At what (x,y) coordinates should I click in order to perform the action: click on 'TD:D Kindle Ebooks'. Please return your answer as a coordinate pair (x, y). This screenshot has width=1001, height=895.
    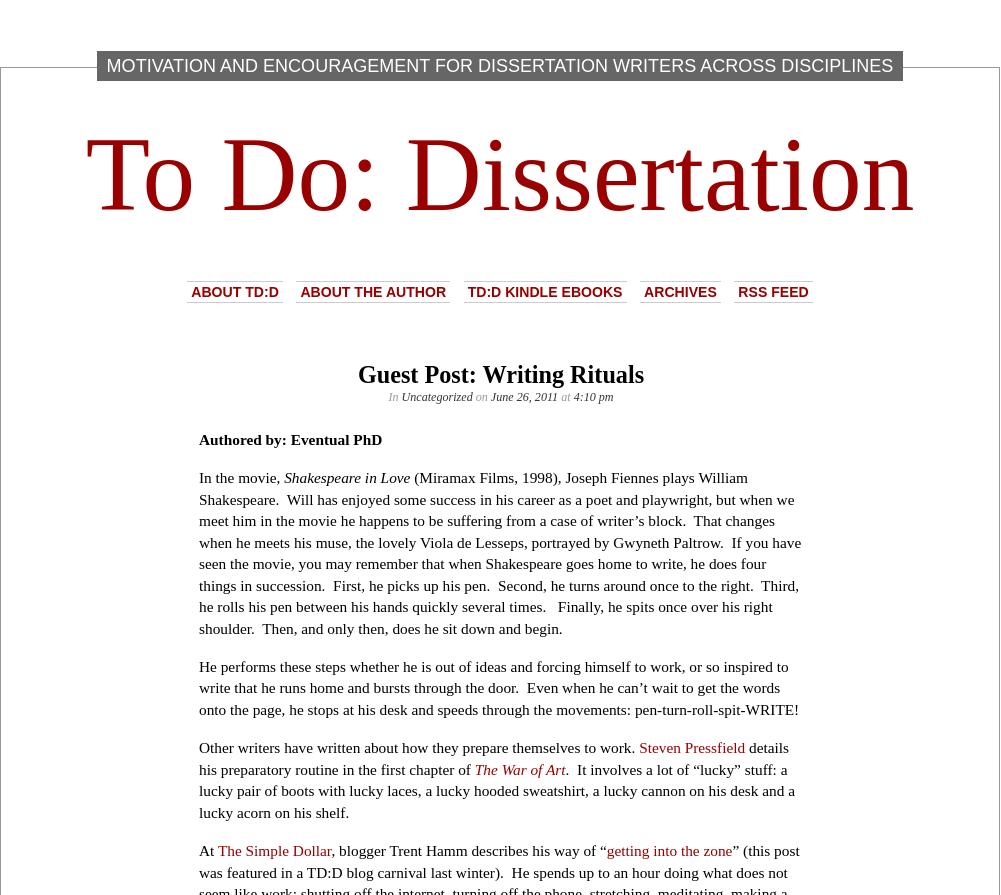
    Looking at the image, I should click on (466, 290).